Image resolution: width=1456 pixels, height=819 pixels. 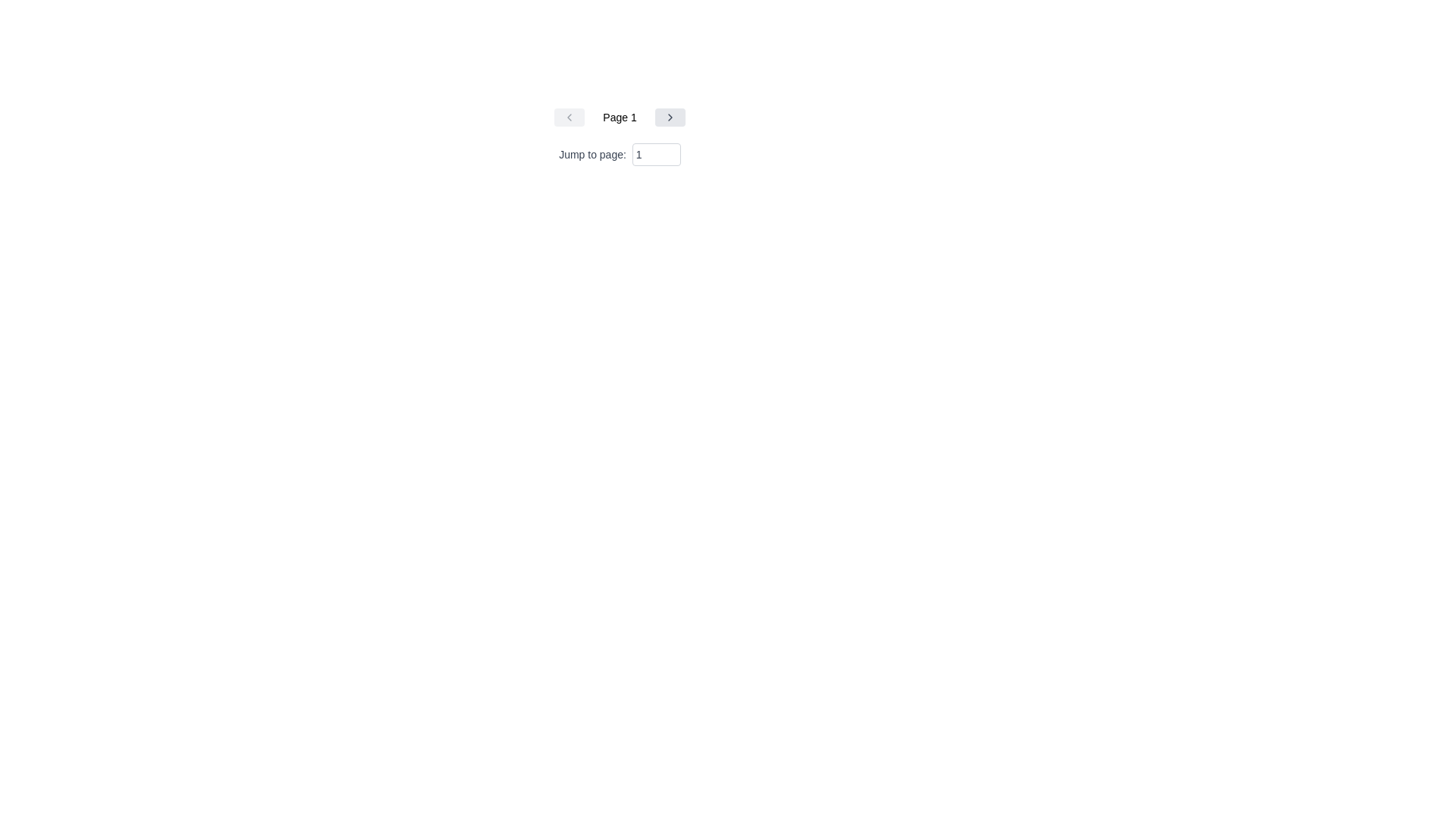 What do you see at coordinates (669, 116) in the screenshot?
I see `the chevron icon located to the right of the 'Page 1' text` at bounding box center [669, 116].